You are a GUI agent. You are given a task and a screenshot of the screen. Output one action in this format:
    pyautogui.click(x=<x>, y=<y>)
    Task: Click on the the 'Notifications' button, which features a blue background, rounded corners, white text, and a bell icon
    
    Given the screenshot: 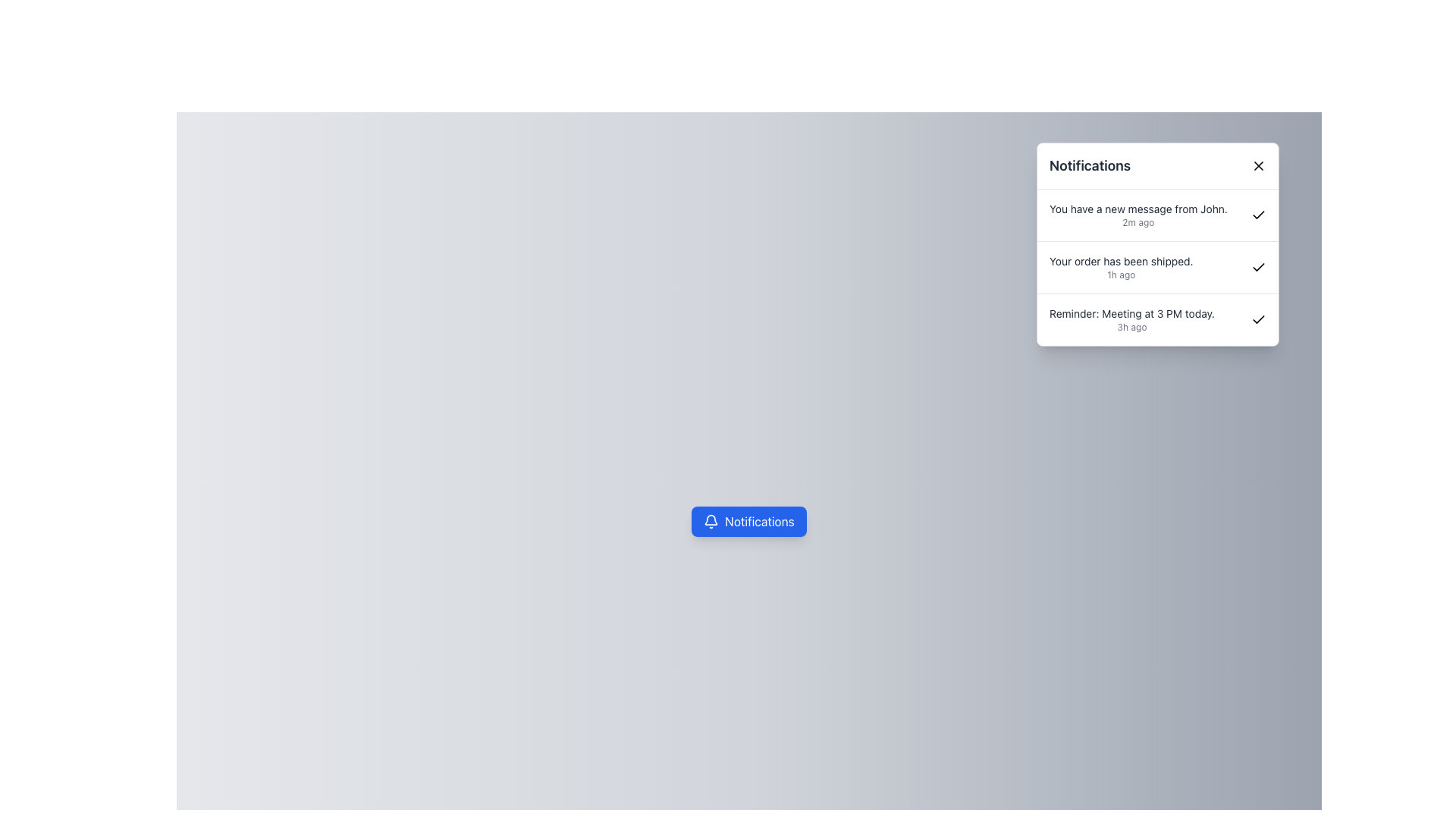 What is the action you would take?
    pyautogui.click(x=749, y=520)
    